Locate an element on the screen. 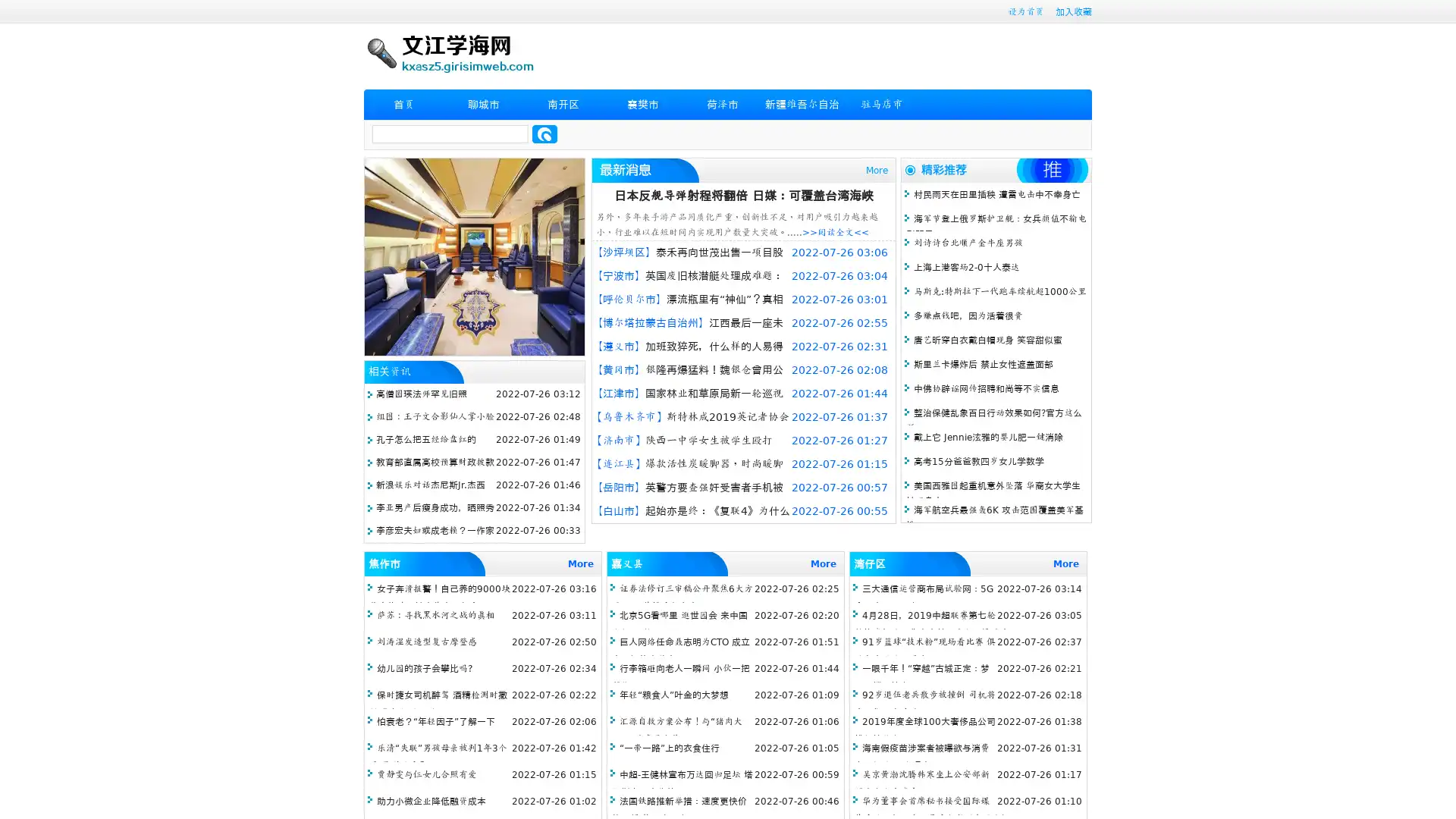 Image resolution: width=1456 pixels, height=819 pixels. Search is located at coordinates (544, 133).